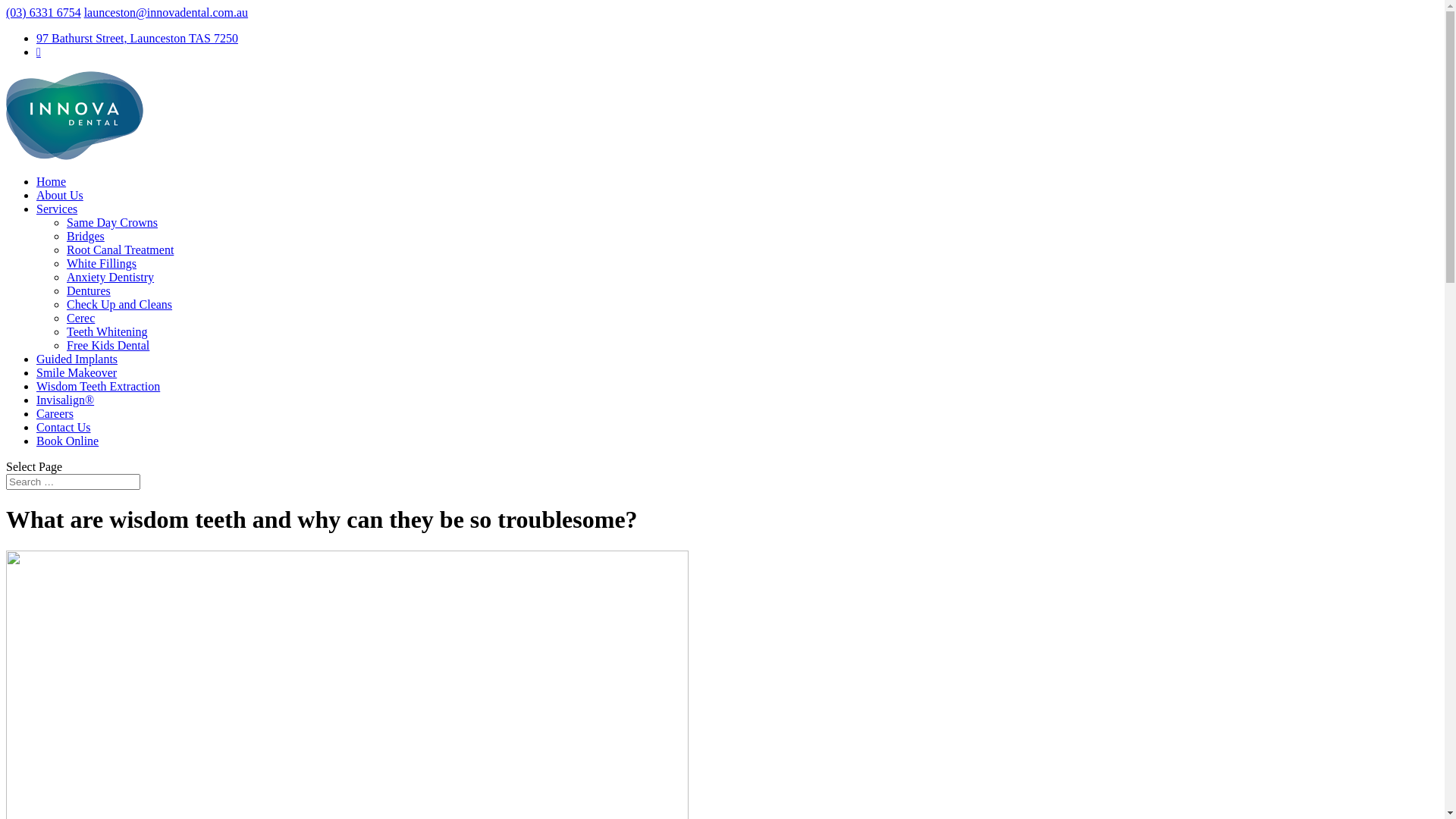 Image resolution: width=1456 pixels, height=819 pixels. What do you see at coordinates (119, 249) in the screenshot?
I see `'Root Canal Treatment'` at bounding box center [119, 249].